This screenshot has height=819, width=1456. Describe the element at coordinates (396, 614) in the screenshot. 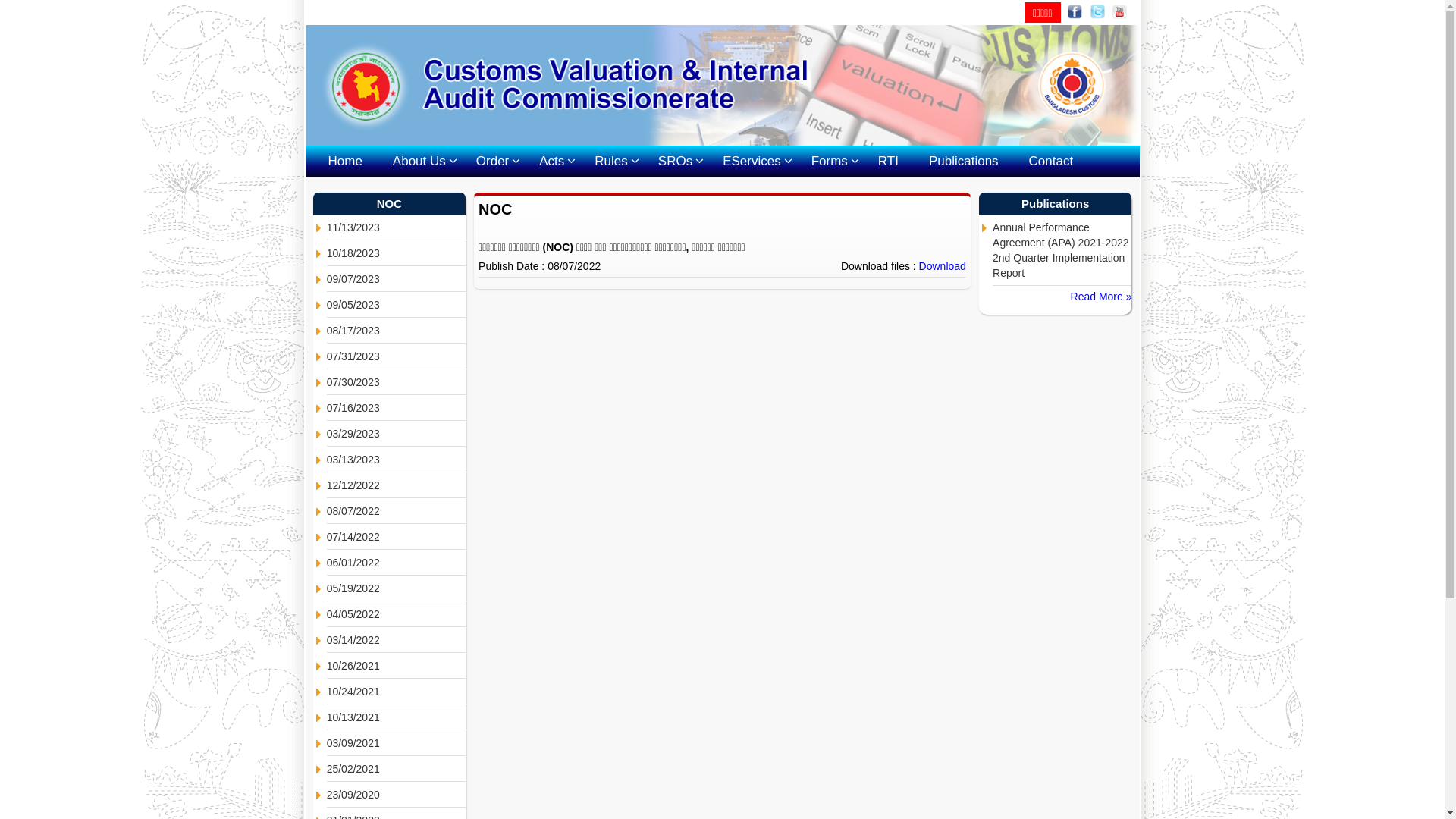

I see `'04/05/2022'` at that location.